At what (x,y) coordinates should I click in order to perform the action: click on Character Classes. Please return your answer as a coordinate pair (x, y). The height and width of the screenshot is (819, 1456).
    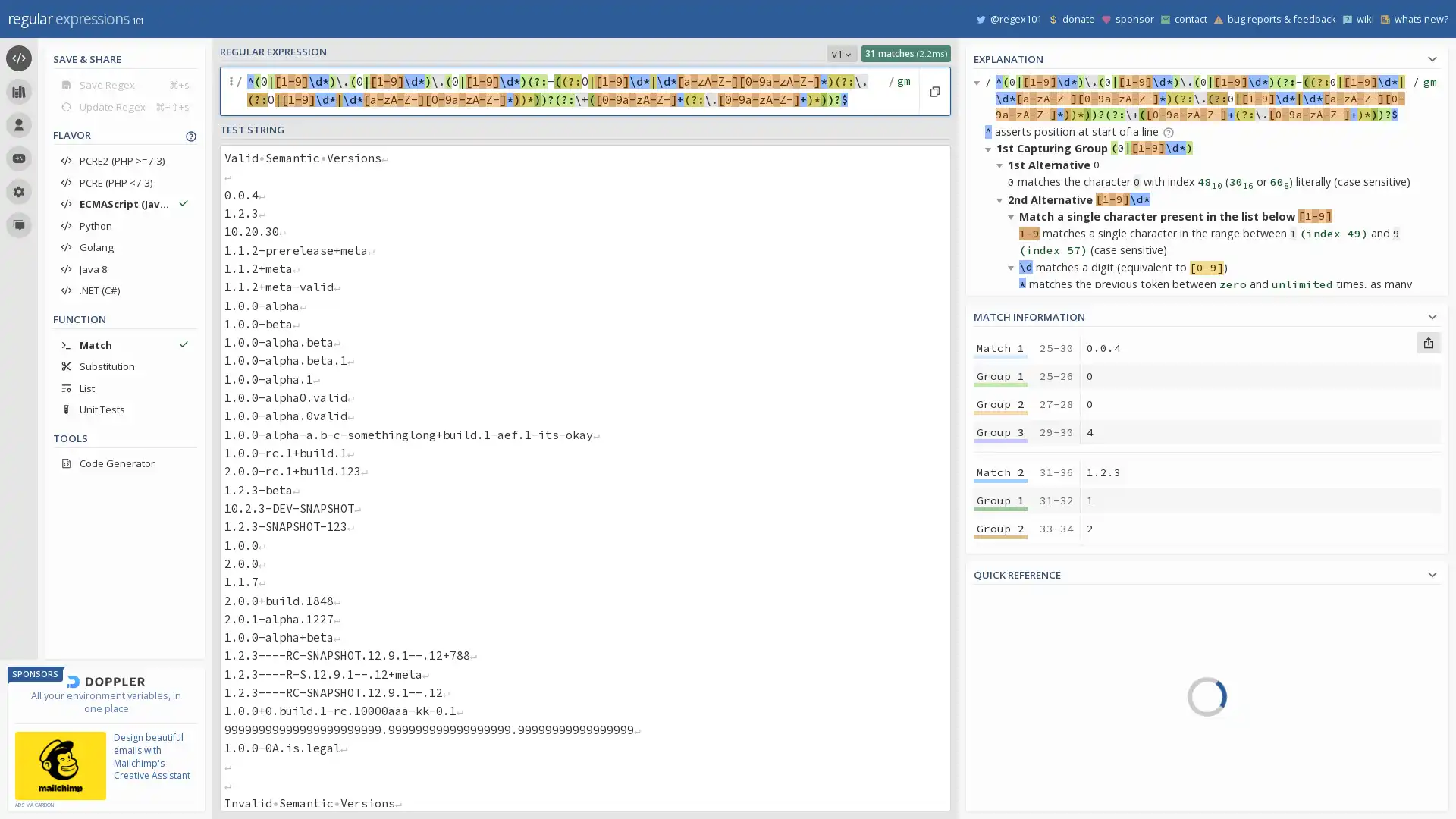
    Looking at the image, I should click on (1044, 780).